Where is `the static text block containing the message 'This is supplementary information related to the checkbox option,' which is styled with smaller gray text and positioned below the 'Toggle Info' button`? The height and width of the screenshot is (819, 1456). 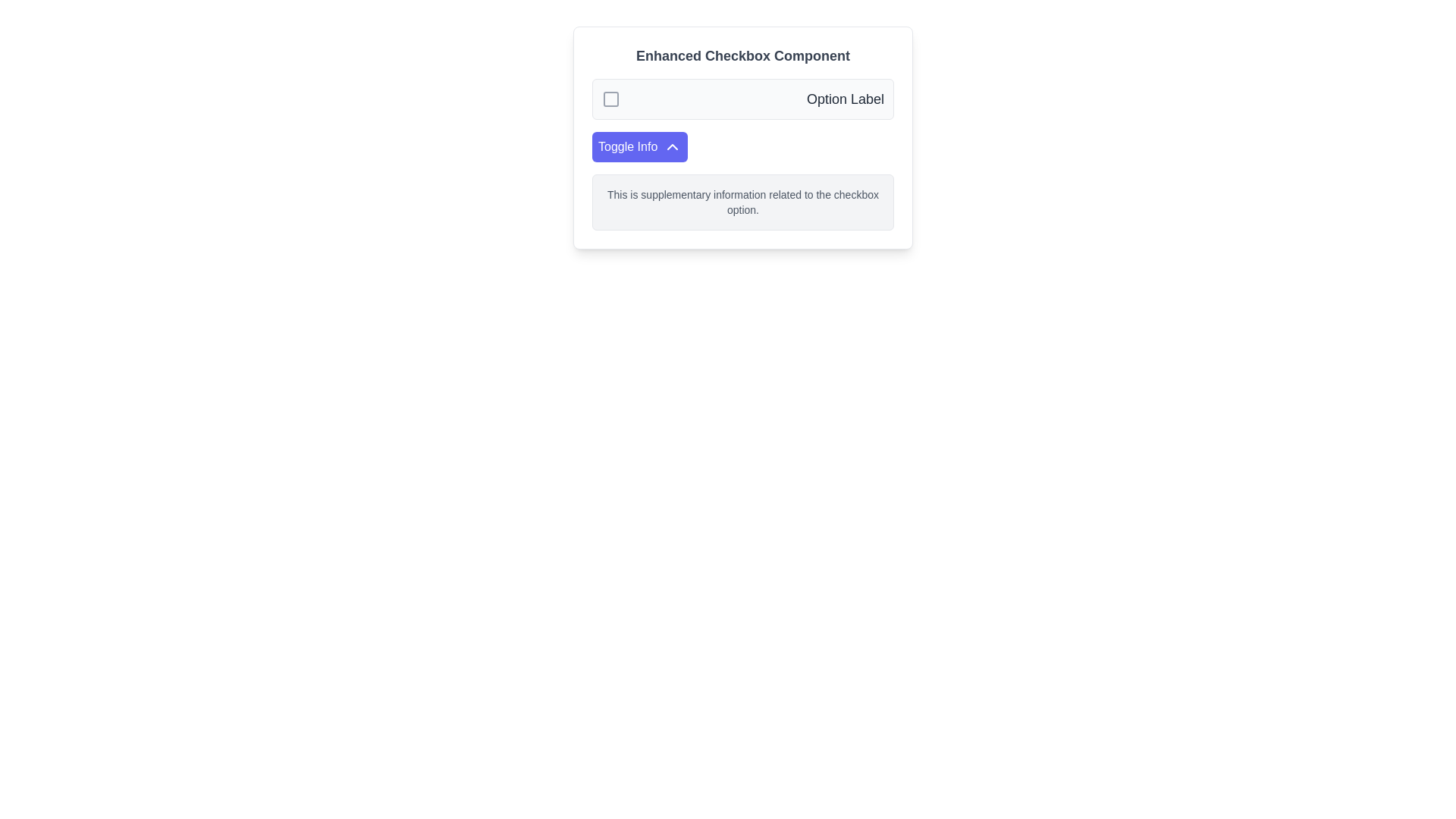
the static text block containing the message 'This is supplementary information related to the checkbox option,' which is styled with smaller gray text and positioned below the 'Toggle Info' button is located at coordinates (742, 201).